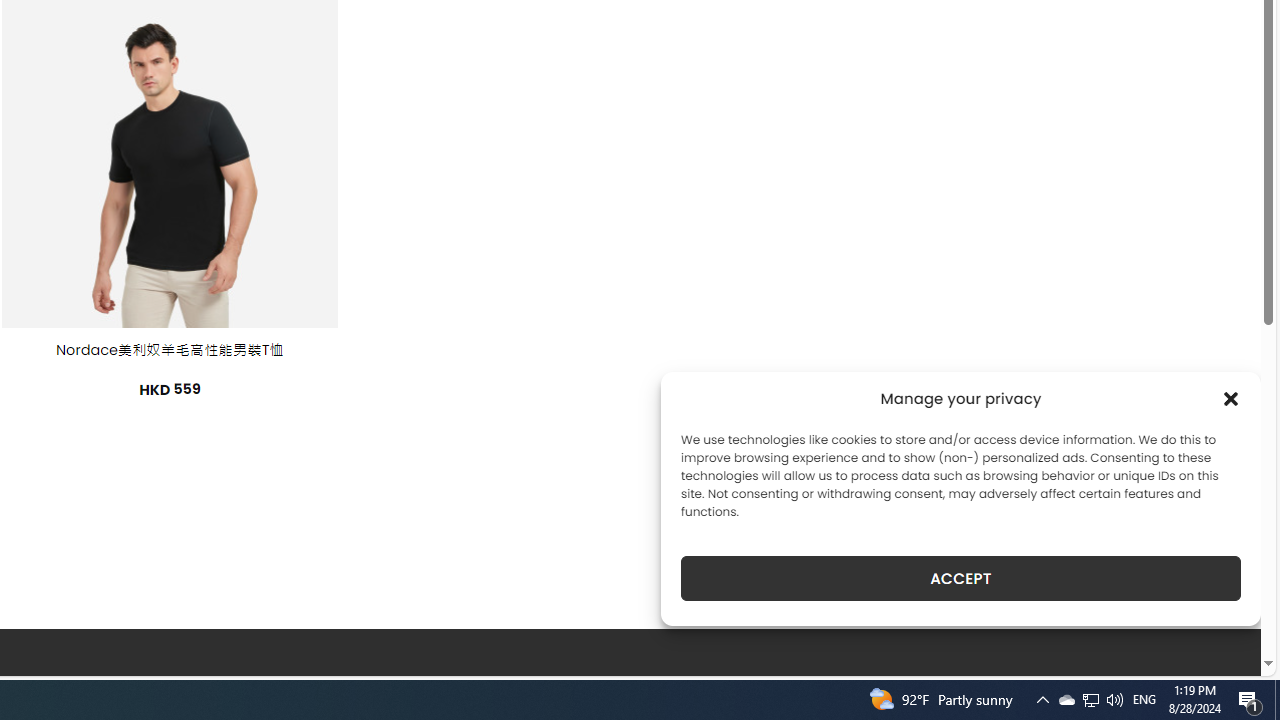 The height and width of the screenshot is (720, 1280). Describe the element at coordinates (1219, 648) in the screenshot. I see `'Go to top'` at that location.